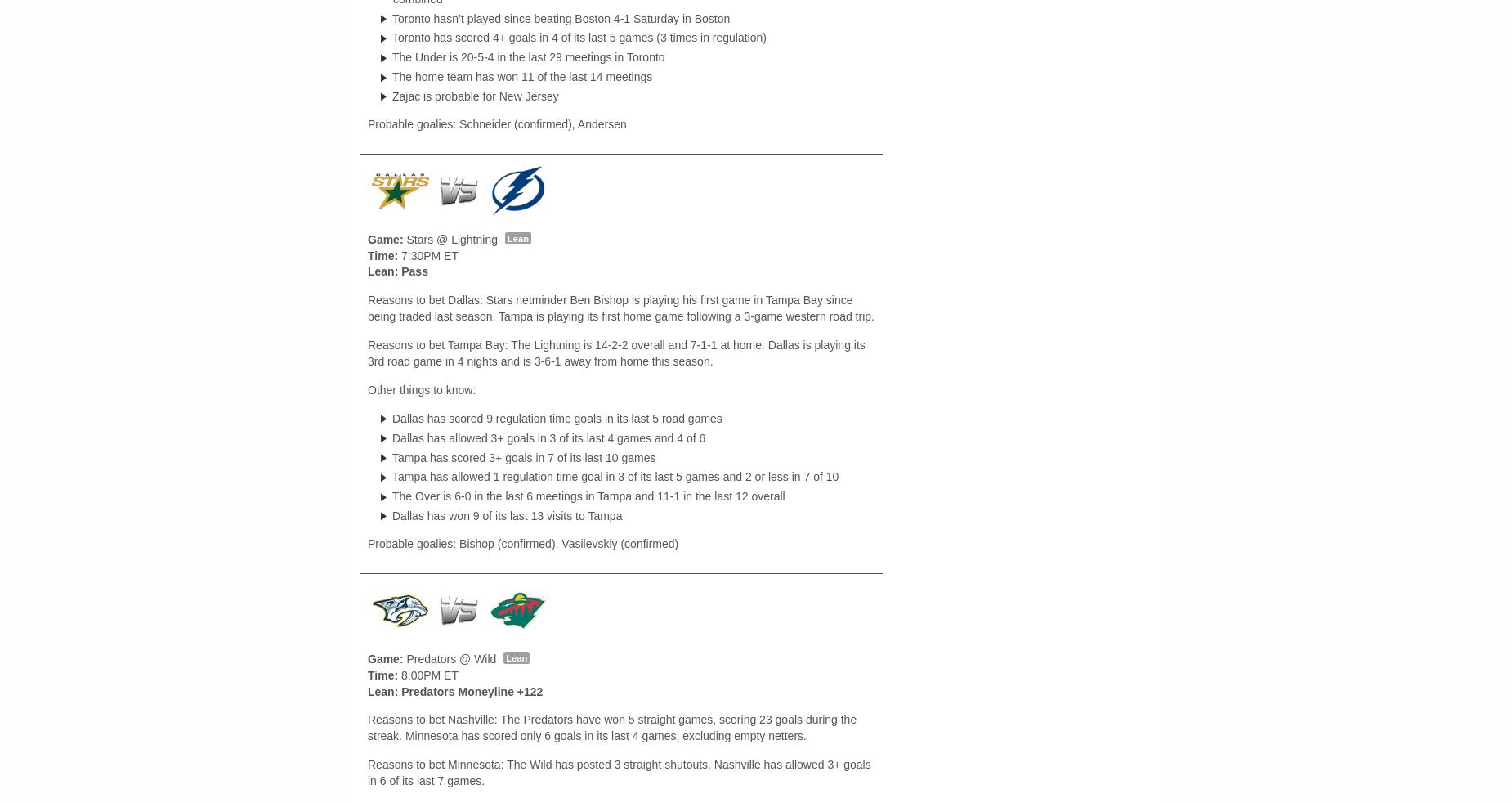  What do you see at coordinates (612, 727) in the screenshot?
I see `'Reasons to bet Nashville: The Predators have won 5 straight games, scoring 23 goals during the streak. Minnesota has scored only 6 goals in its last 4 games, excluding empty netters.'` at bounding box center [612, 727].